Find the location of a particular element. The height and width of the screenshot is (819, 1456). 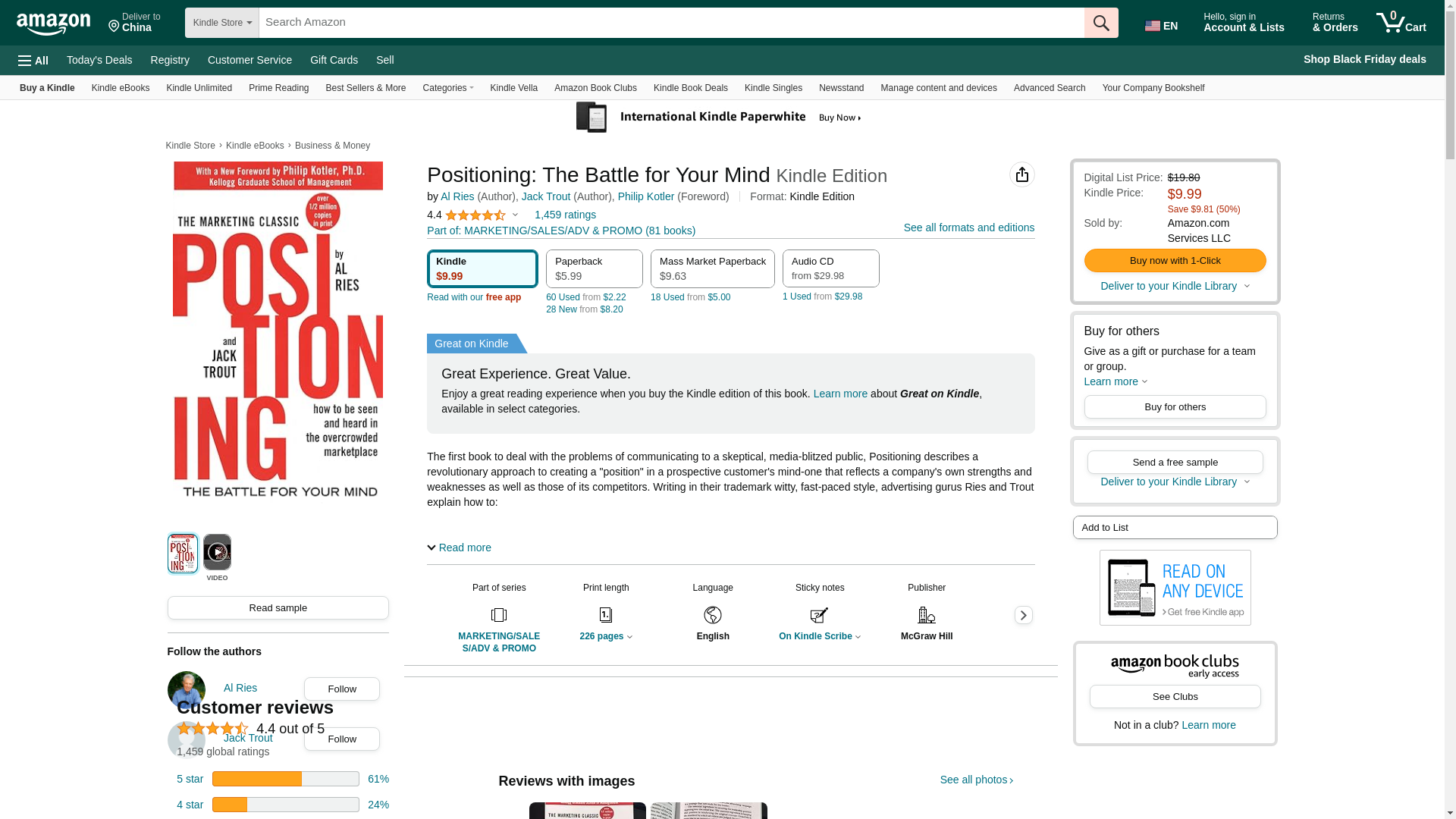

'All' is located at coordinates (11, 59).